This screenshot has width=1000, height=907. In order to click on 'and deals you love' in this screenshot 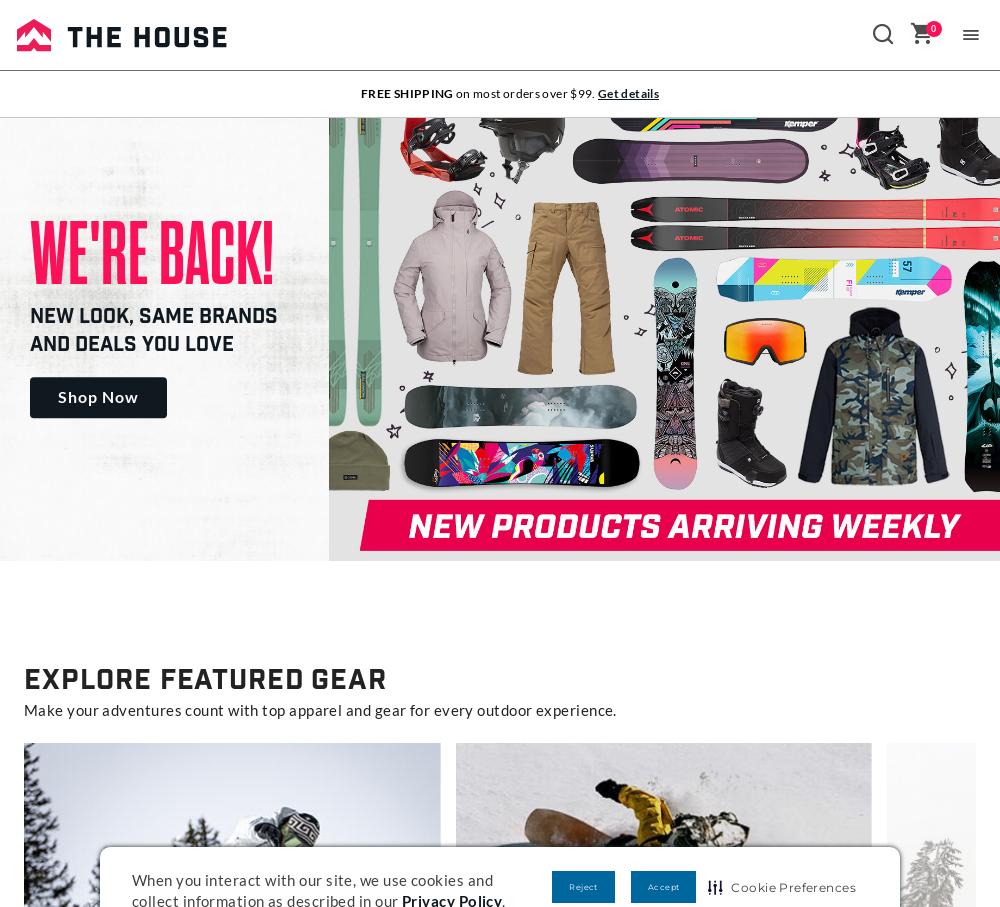, I will do `click(132, 345)`.